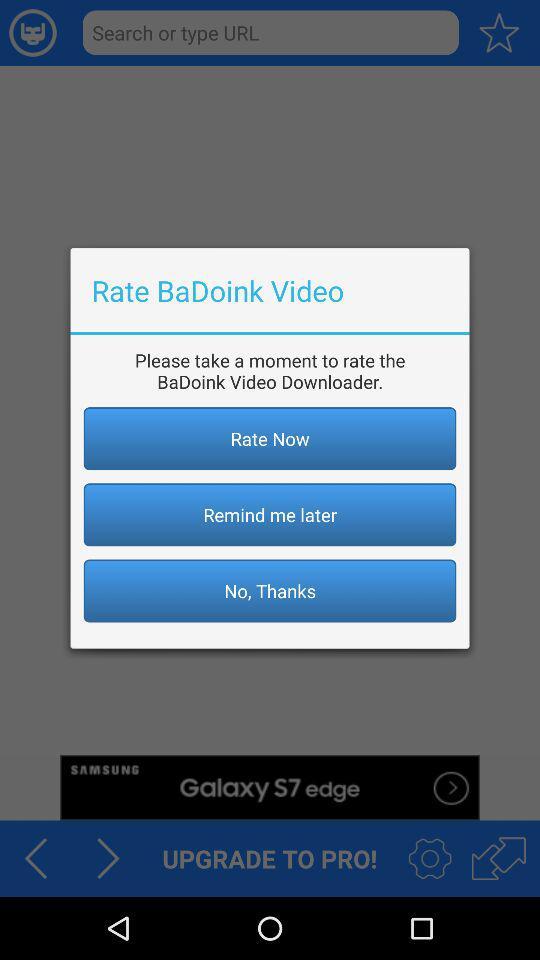 The height and width of the screenshot is (960, 540). Describe the element at coordinates (270, 438) in the screenshot. I see `rate now icon` at that location.